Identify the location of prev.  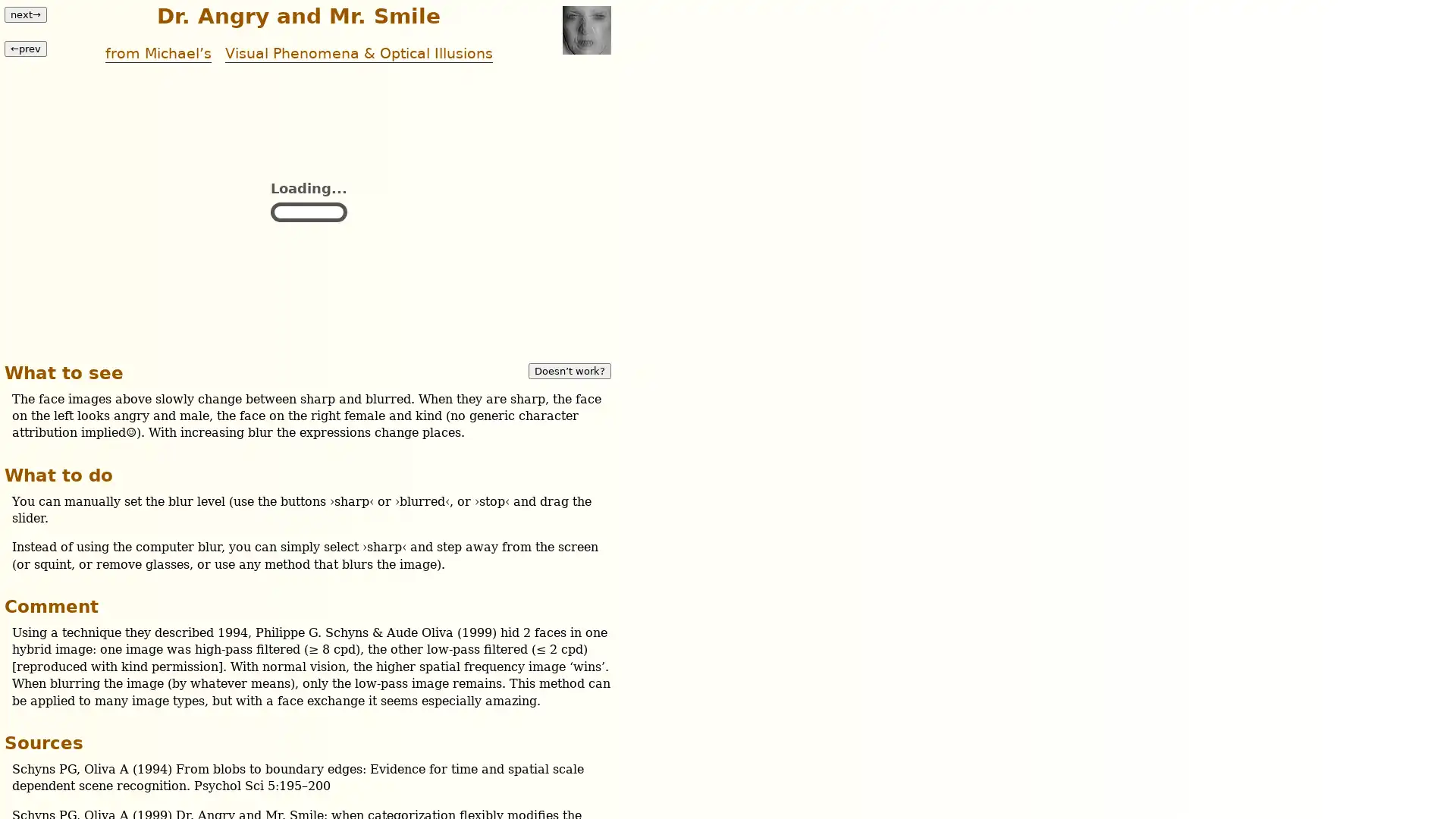
(25, 47).